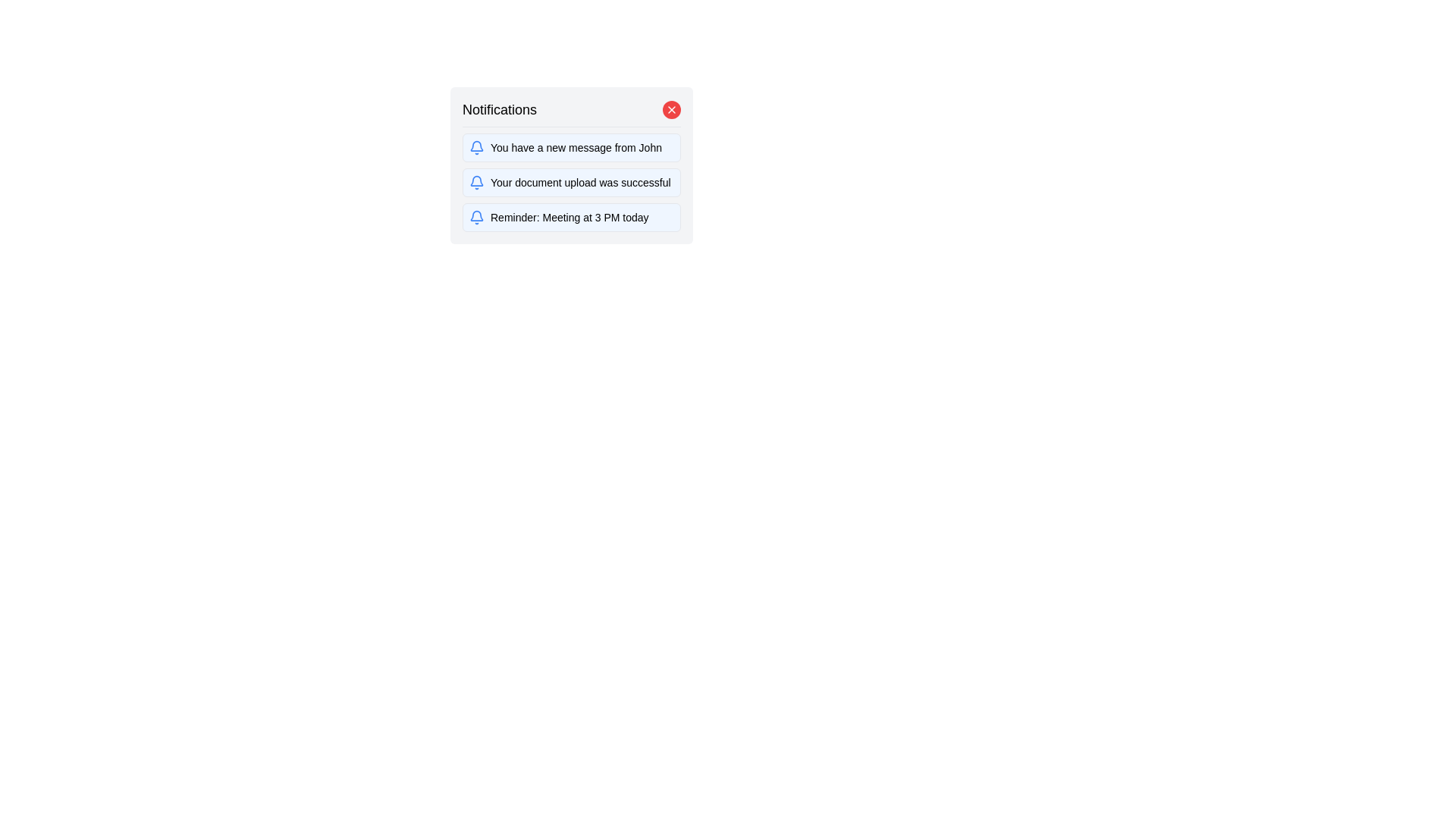 The image size is (1456, 819). Describe the element at coordinates (671, 109) in the screenshot. I see `the close button located in the top-right corner of the 'Notifications' section` at that location.